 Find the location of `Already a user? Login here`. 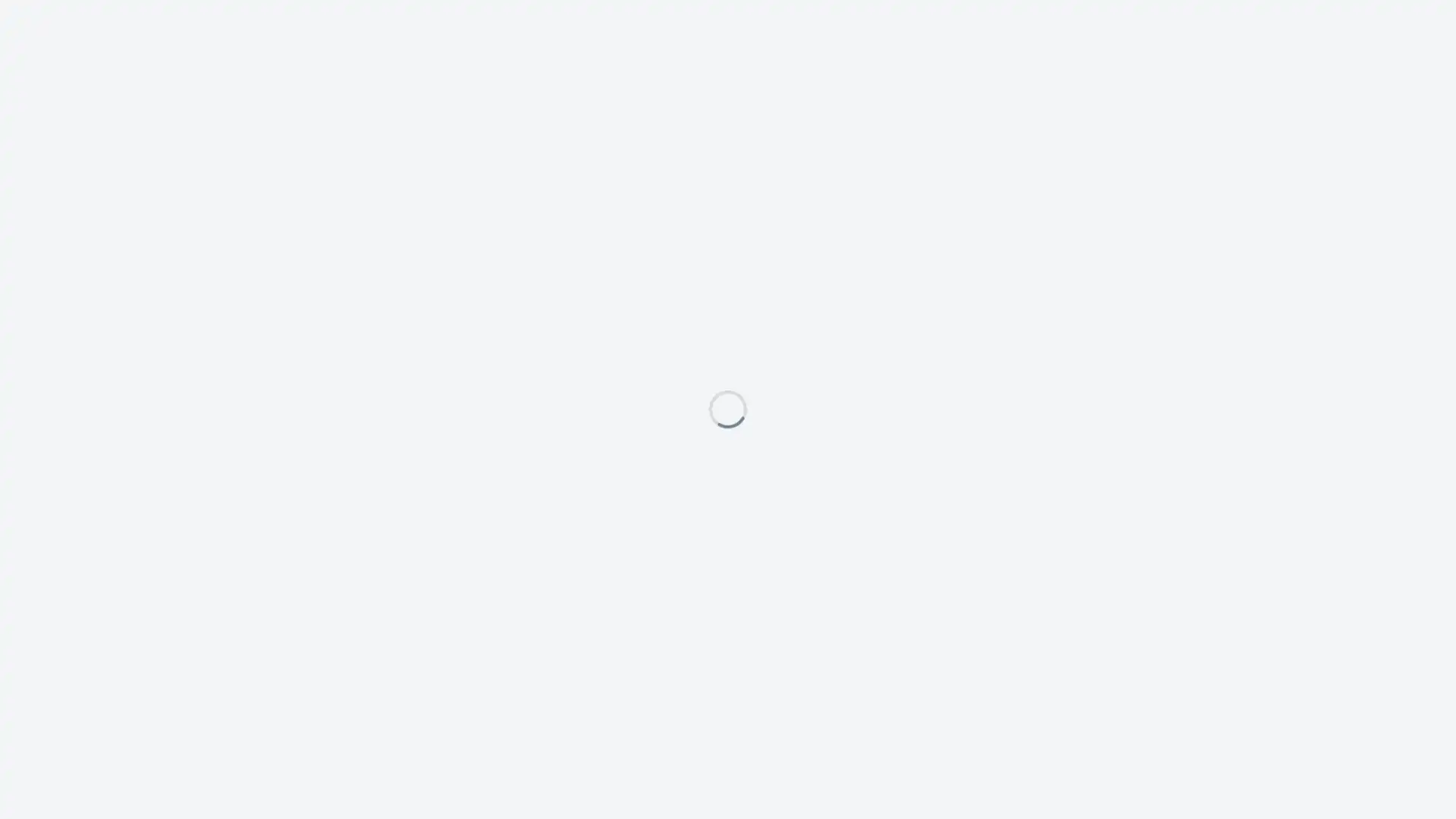

Already a user? Login here is located at coordinates (624, 484).